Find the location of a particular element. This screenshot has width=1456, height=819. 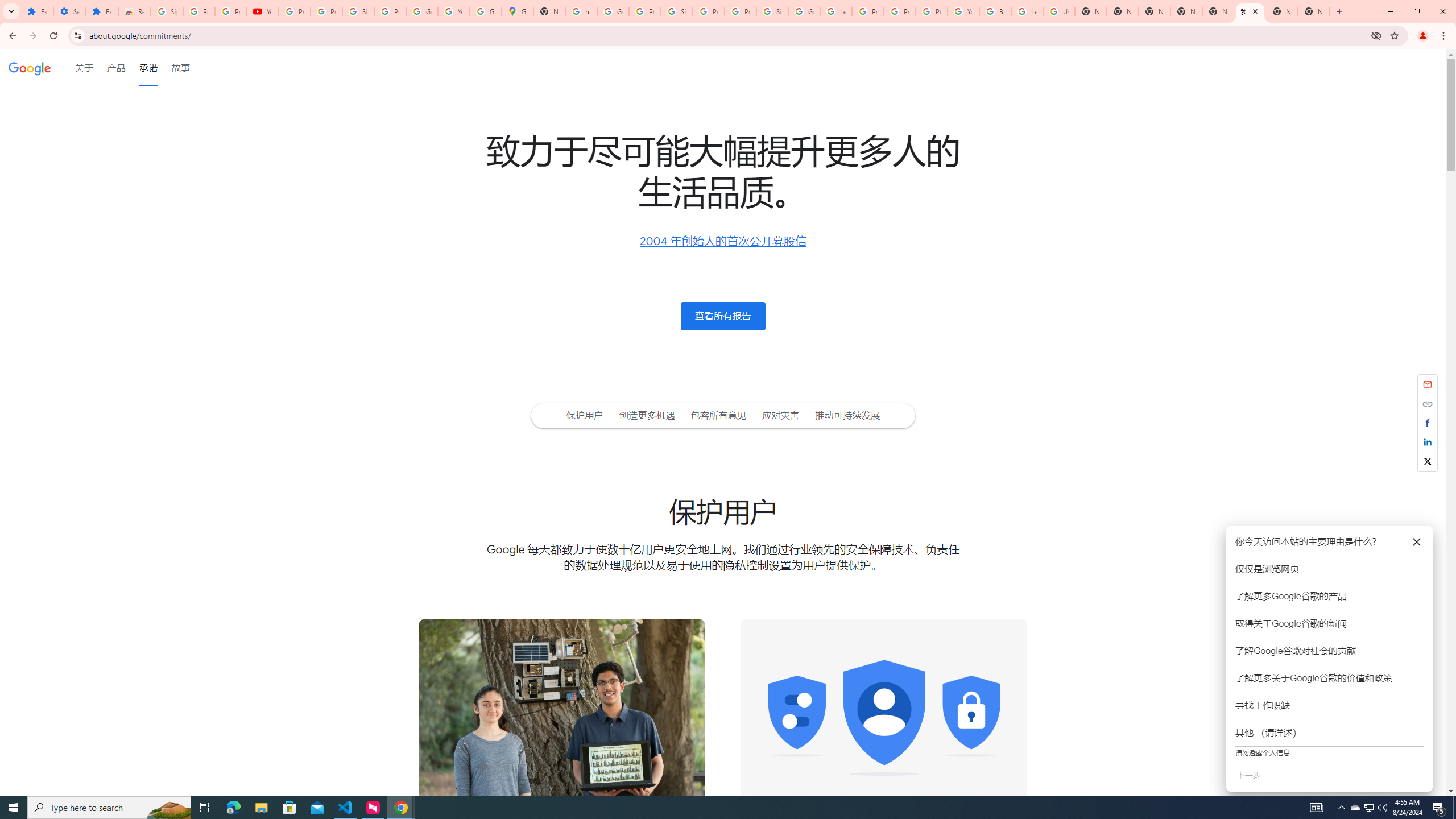

'Privacy Help Center - Policies Help' is located at coordinates (899, 11).